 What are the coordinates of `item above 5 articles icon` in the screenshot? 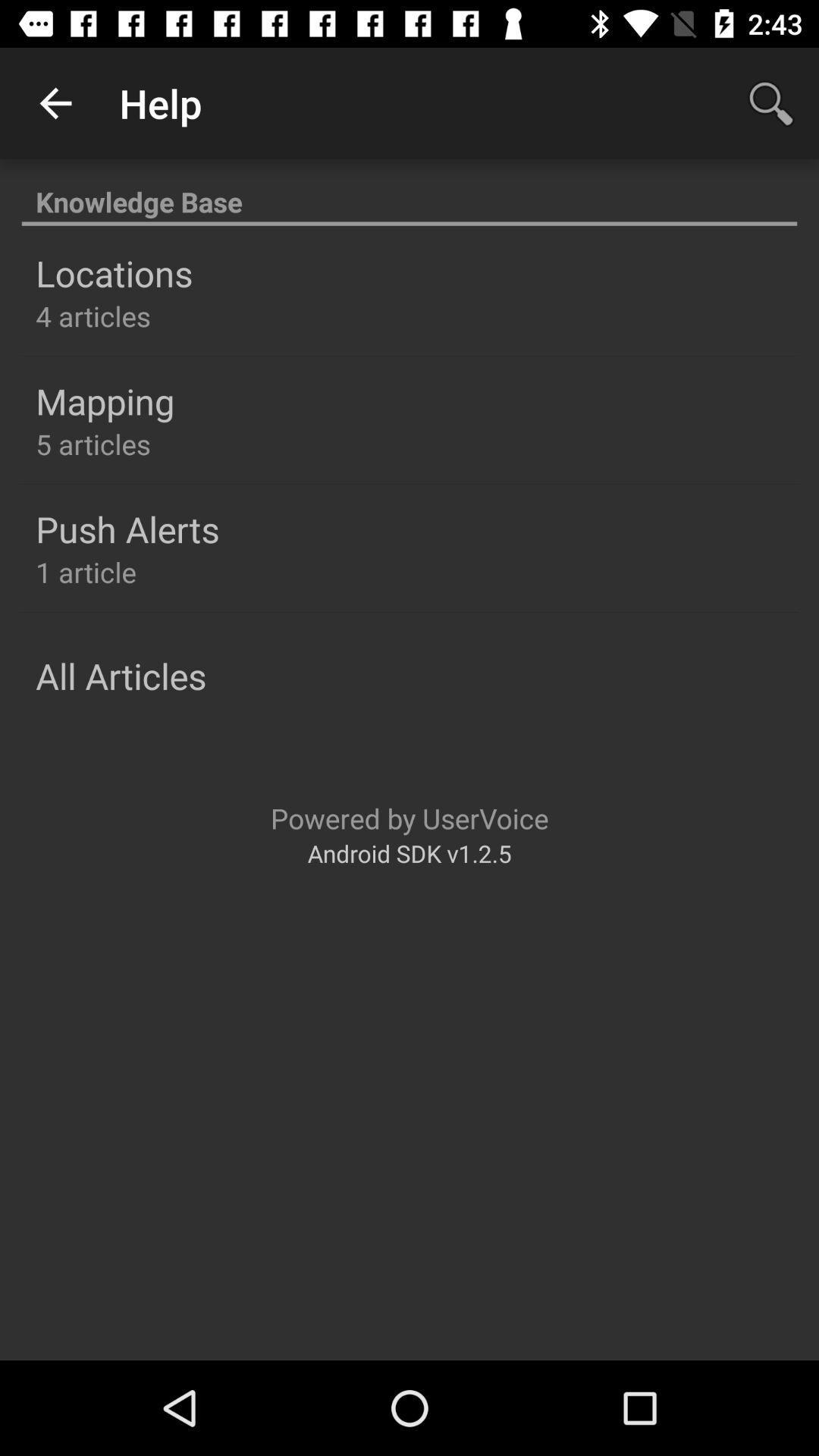 It's located at (104, 401).